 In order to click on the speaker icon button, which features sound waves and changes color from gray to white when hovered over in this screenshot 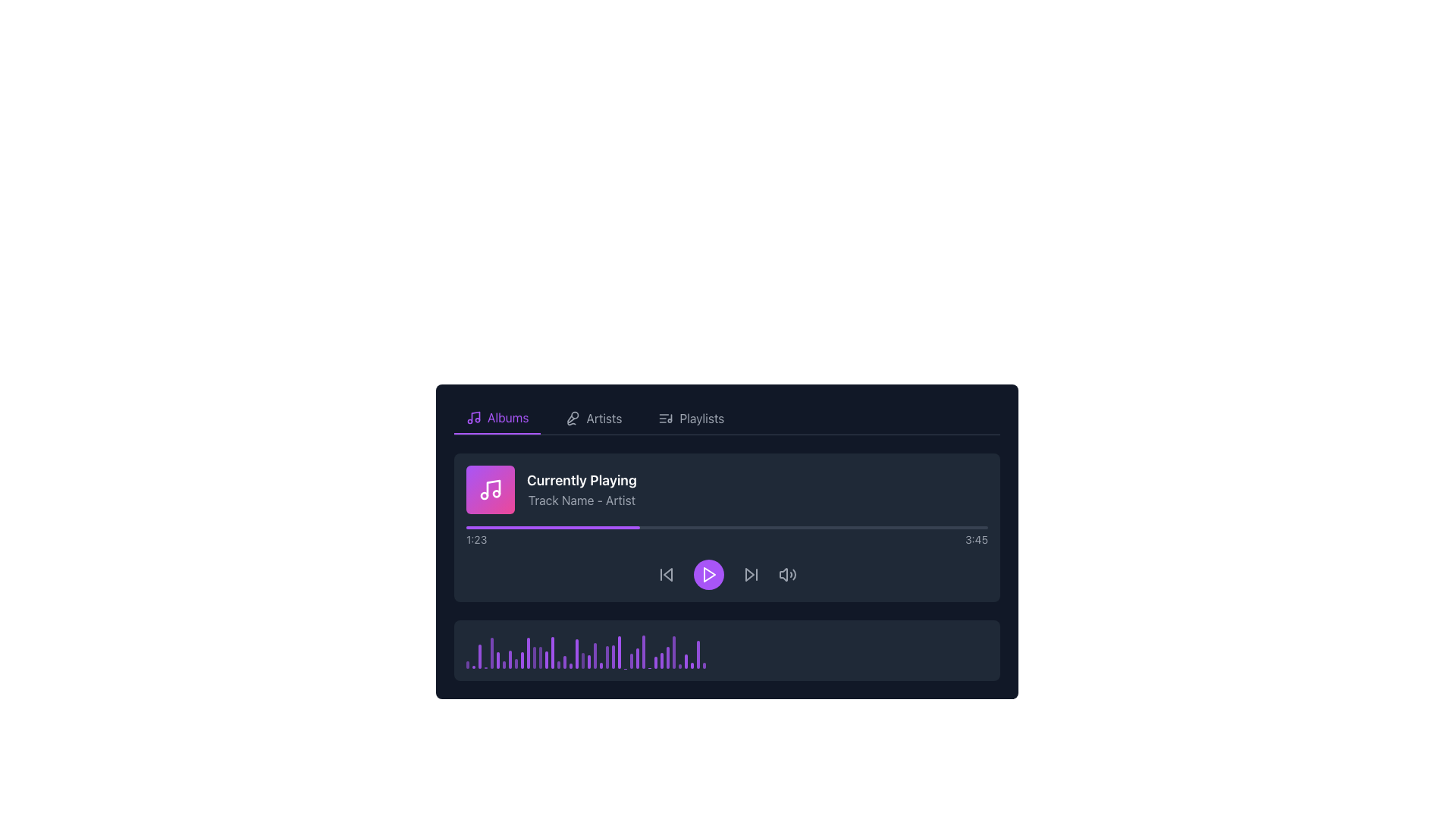, I will do `click(787, 575)`.